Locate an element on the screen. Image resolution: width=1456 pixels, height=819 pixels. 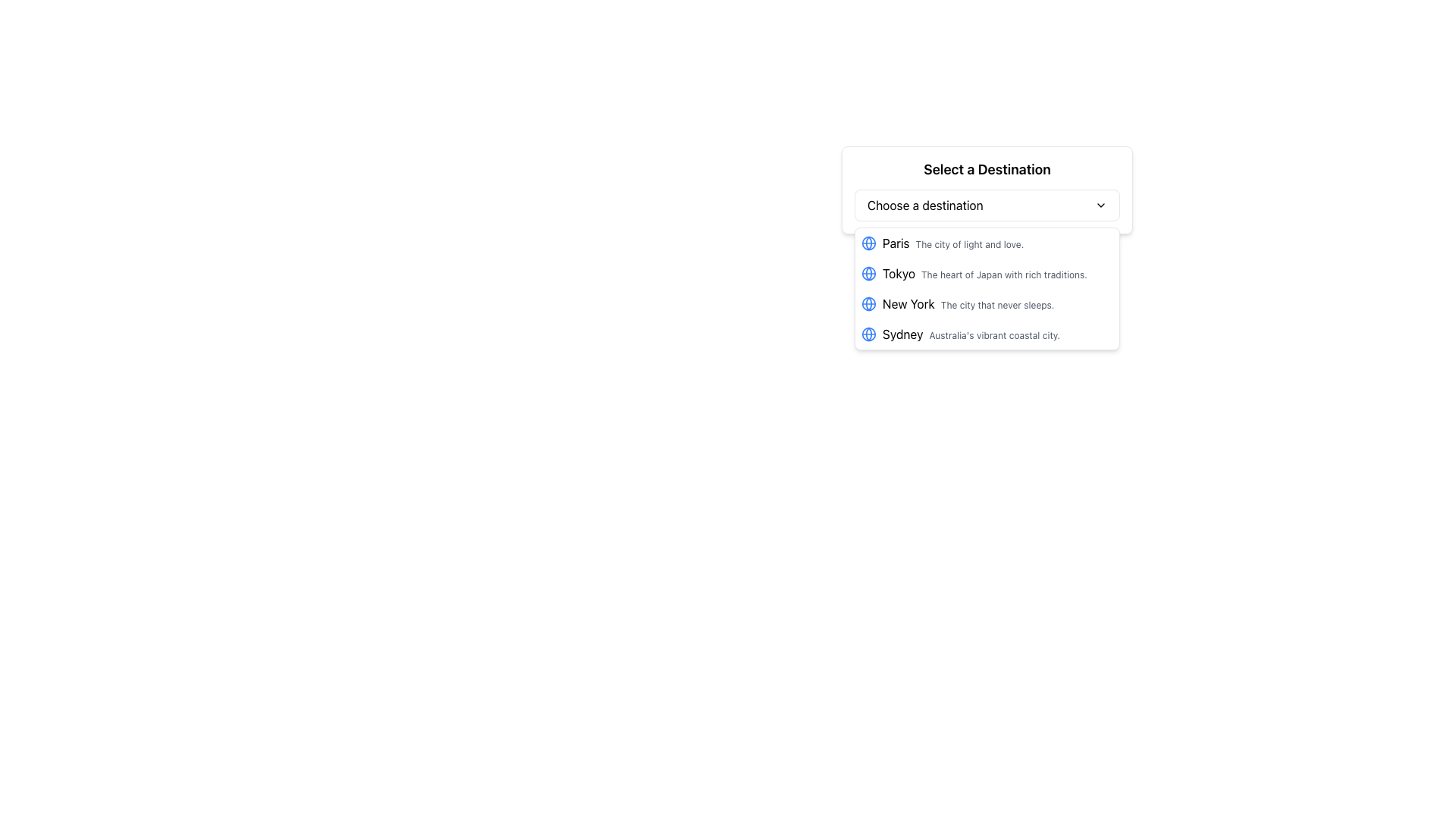
the descriptive text label for the option 'Paris' in the dropdown list, which provides additional information about the selection is located at coordinates (952, 242).